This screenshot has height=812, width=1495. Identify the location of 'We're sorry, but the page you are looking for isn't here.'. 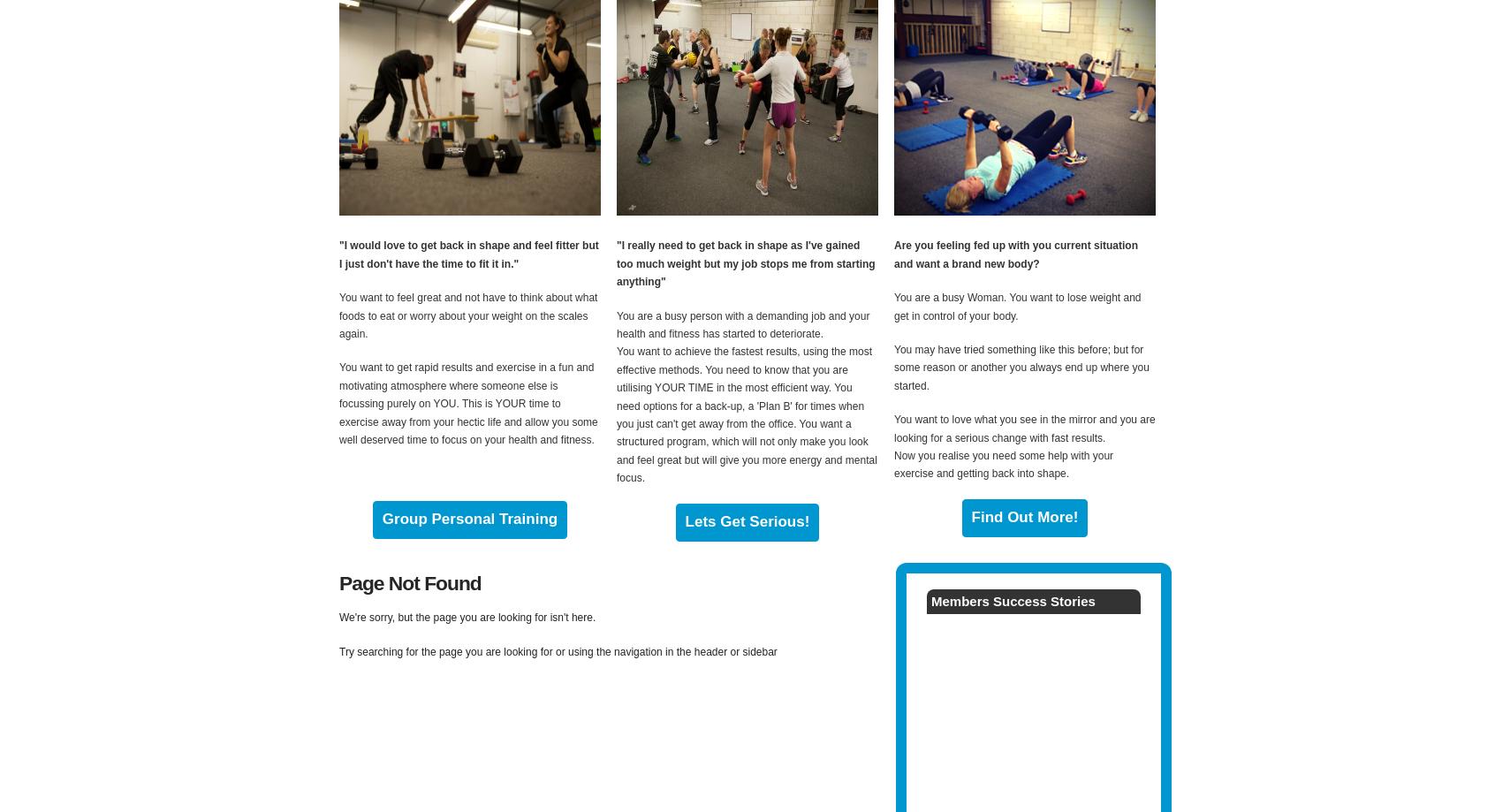
(467, 616).